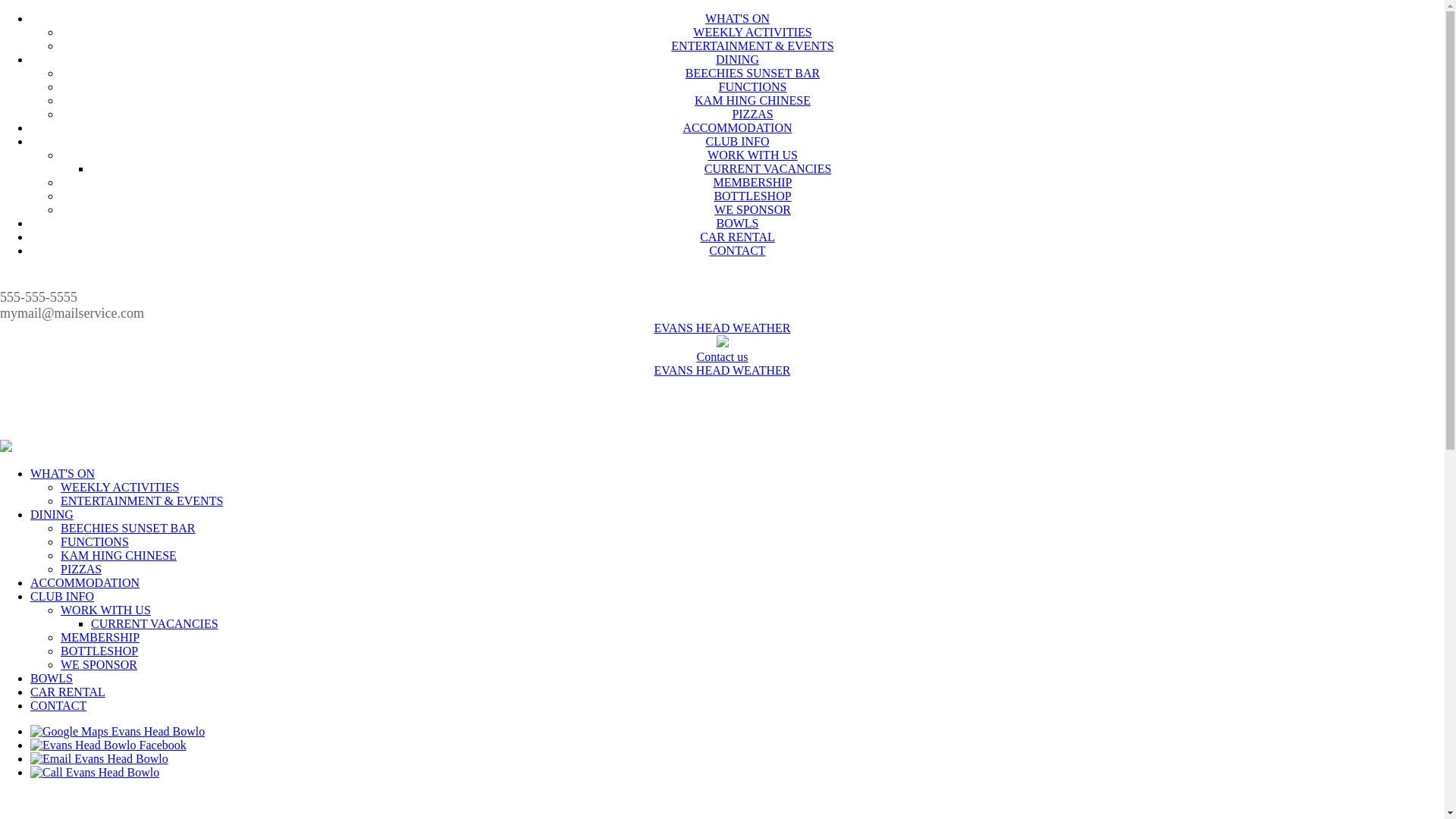 The image size is (1456, 819). What do you see at coordinates (736, 223) in the screenshot?
I see `'BOWLS'` at bounding box center [736, 223].